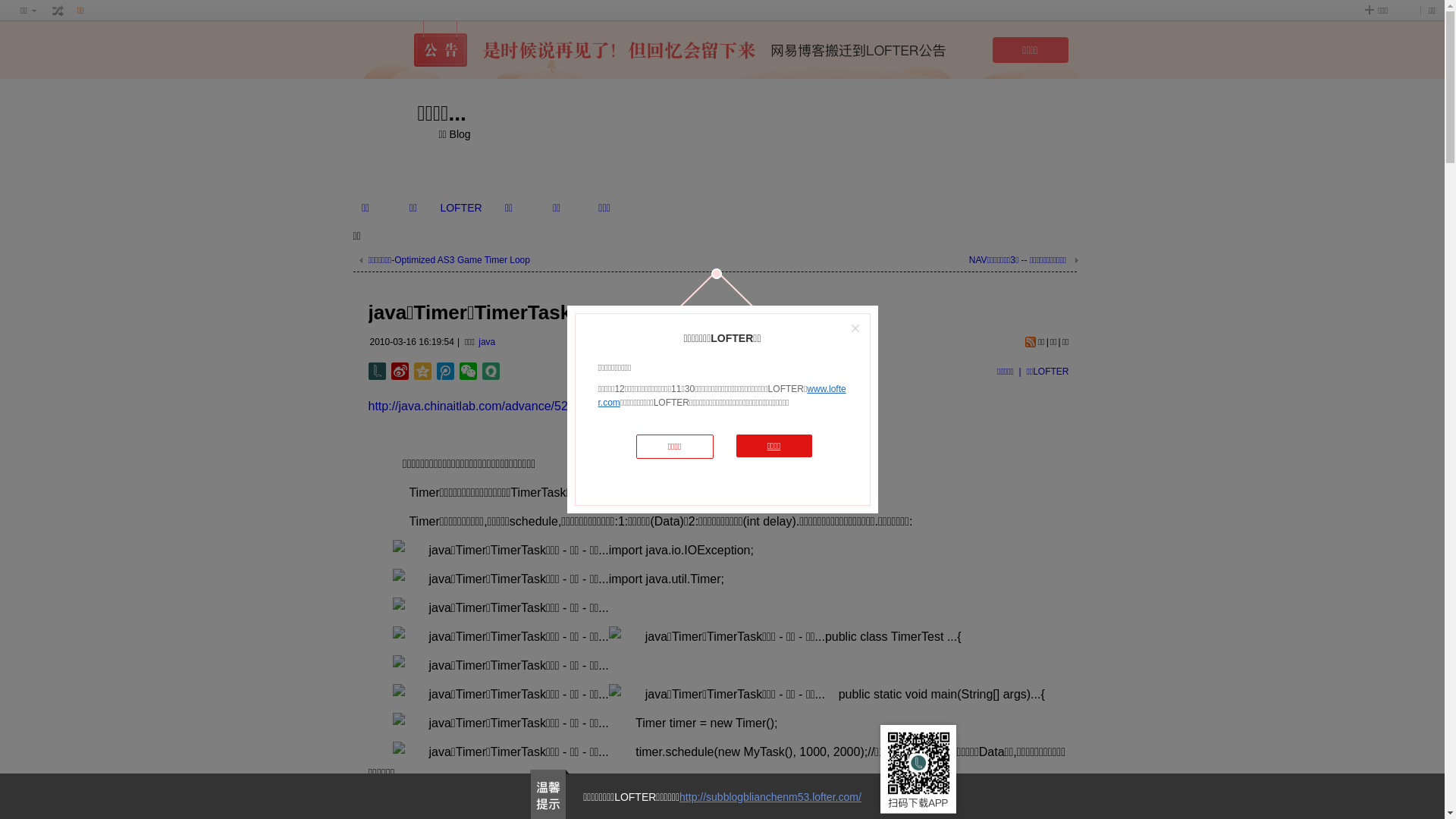 The image size is (1456, 819). Describe the element at coordinates (487, 342) in the screenshot. I see `'java'` at that location.